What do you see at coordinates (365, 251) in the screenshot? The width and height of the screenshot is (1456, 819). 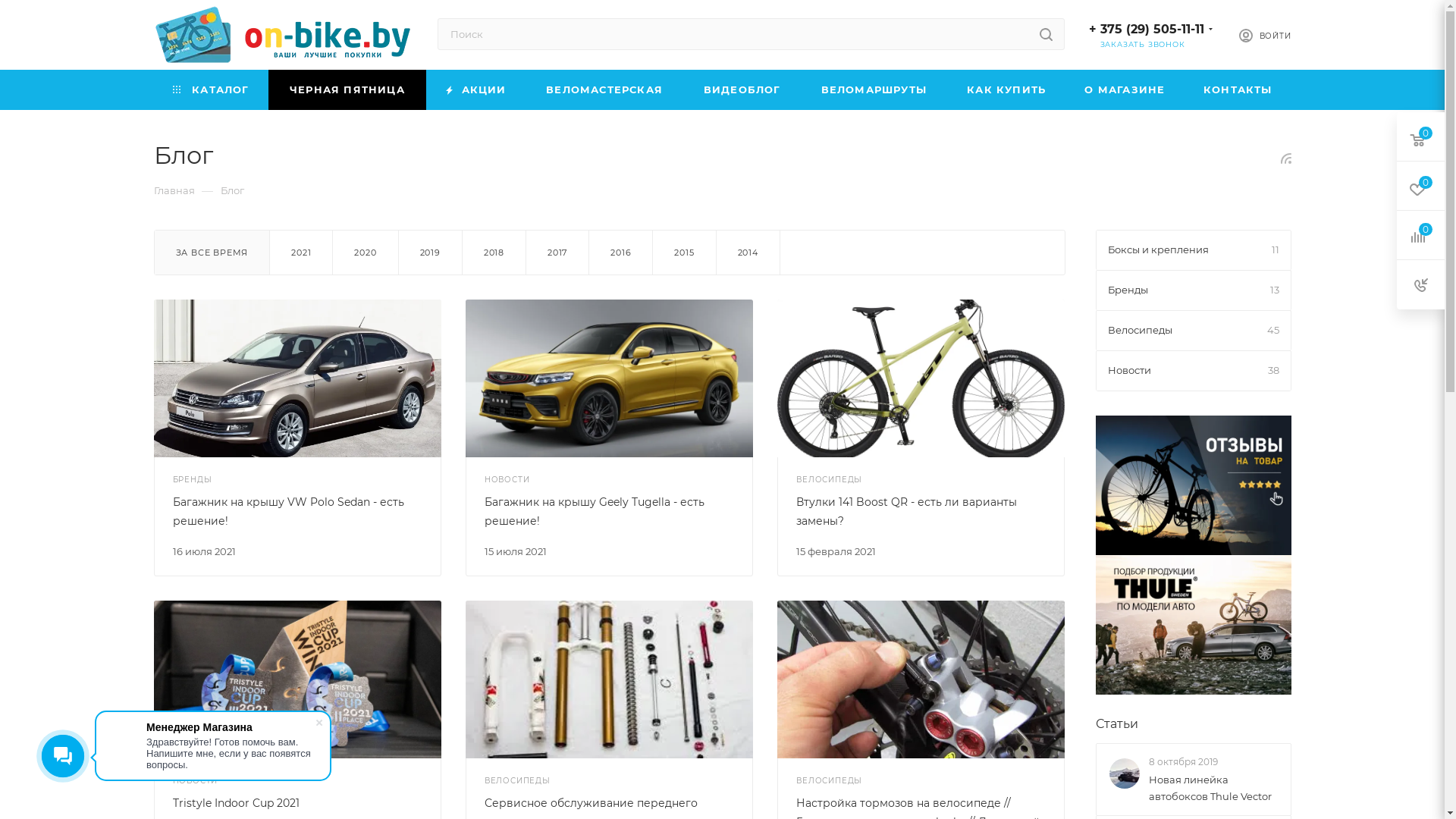 I see `'2020'` at bounding box center [365, 251].